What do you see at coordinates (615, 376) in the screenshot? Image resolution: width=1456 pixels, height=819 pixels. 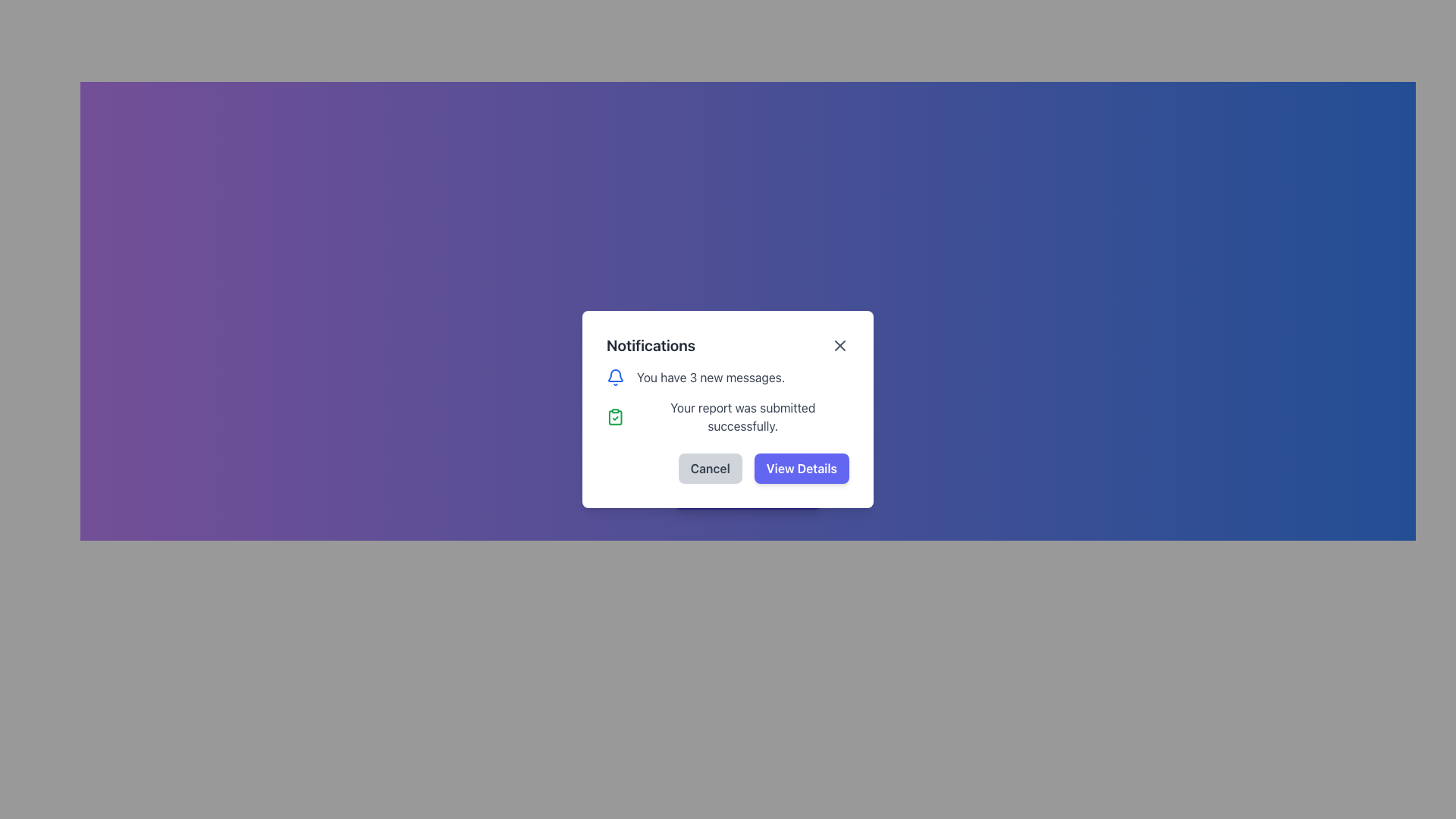 I see `the bell icon located in the notification area` at bounding box center [615, 376].